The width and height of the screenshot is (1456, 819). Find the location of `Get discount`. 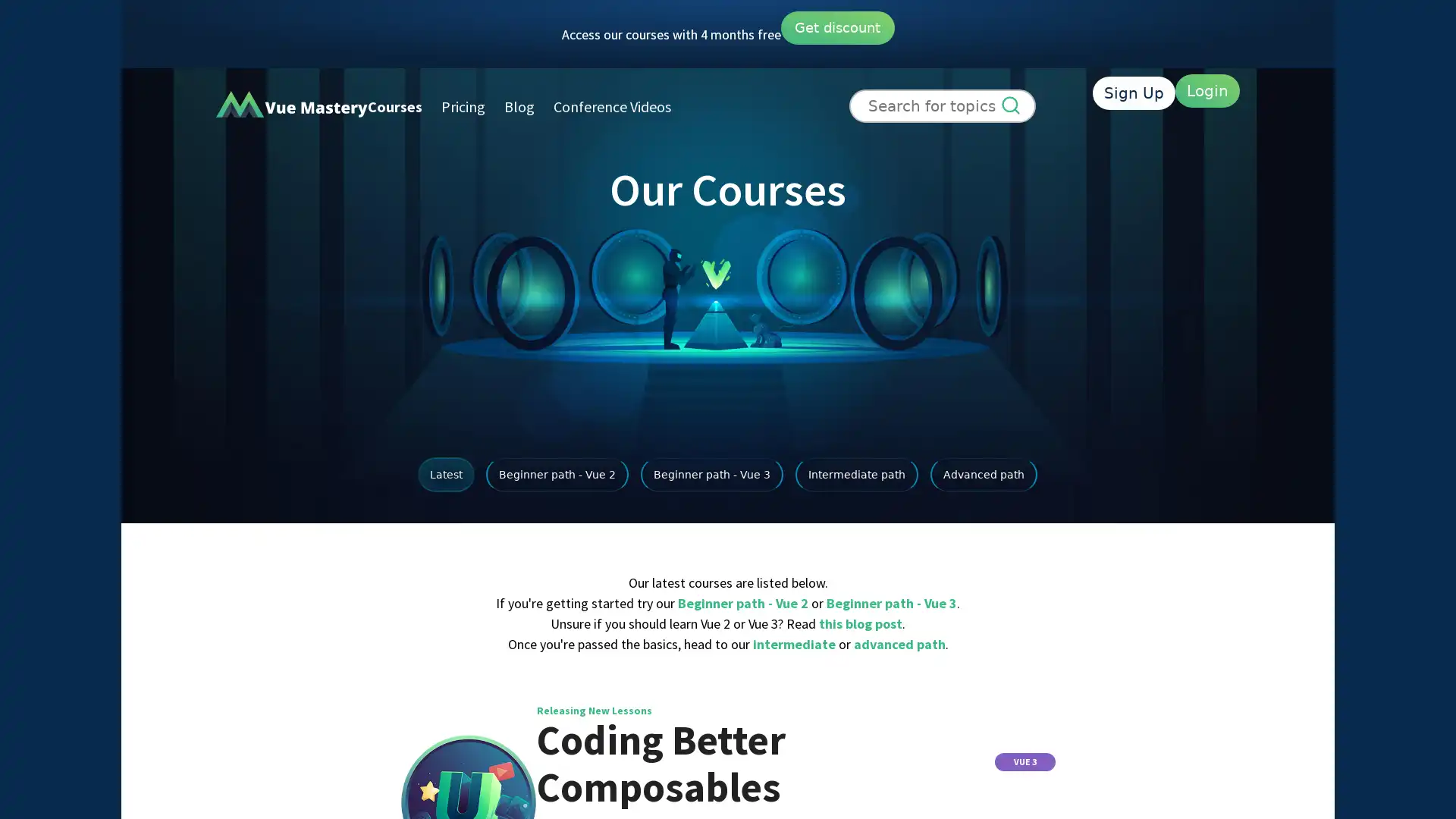

Get discount is located at coordinates (849, 34).